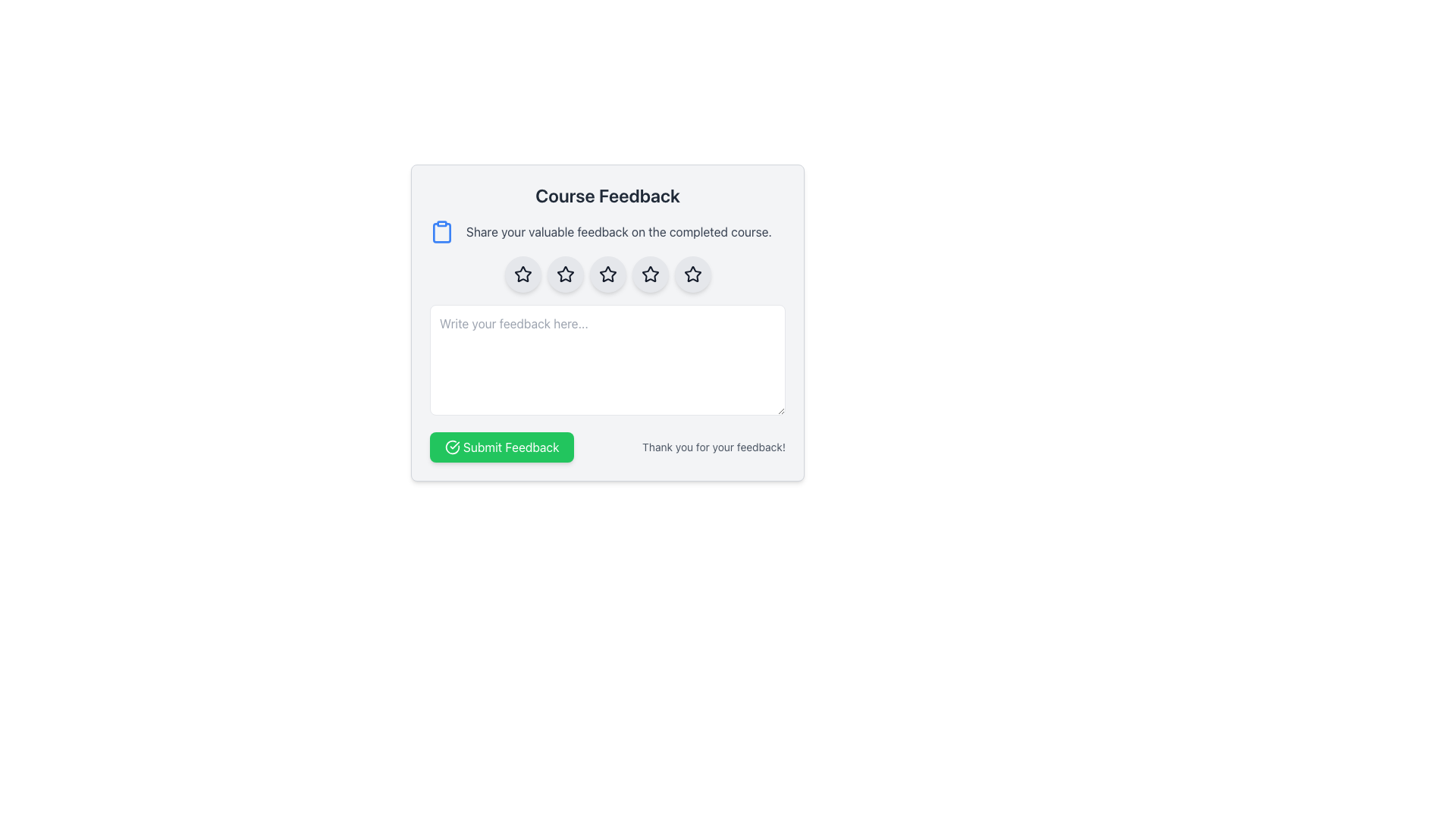 The width and height of the screenshot is (1456, 819). Describe the element at coordinates (692, 275) in the screenshot. I see `the fourth hollow star icon in the rating component to provide a rating` at that location.